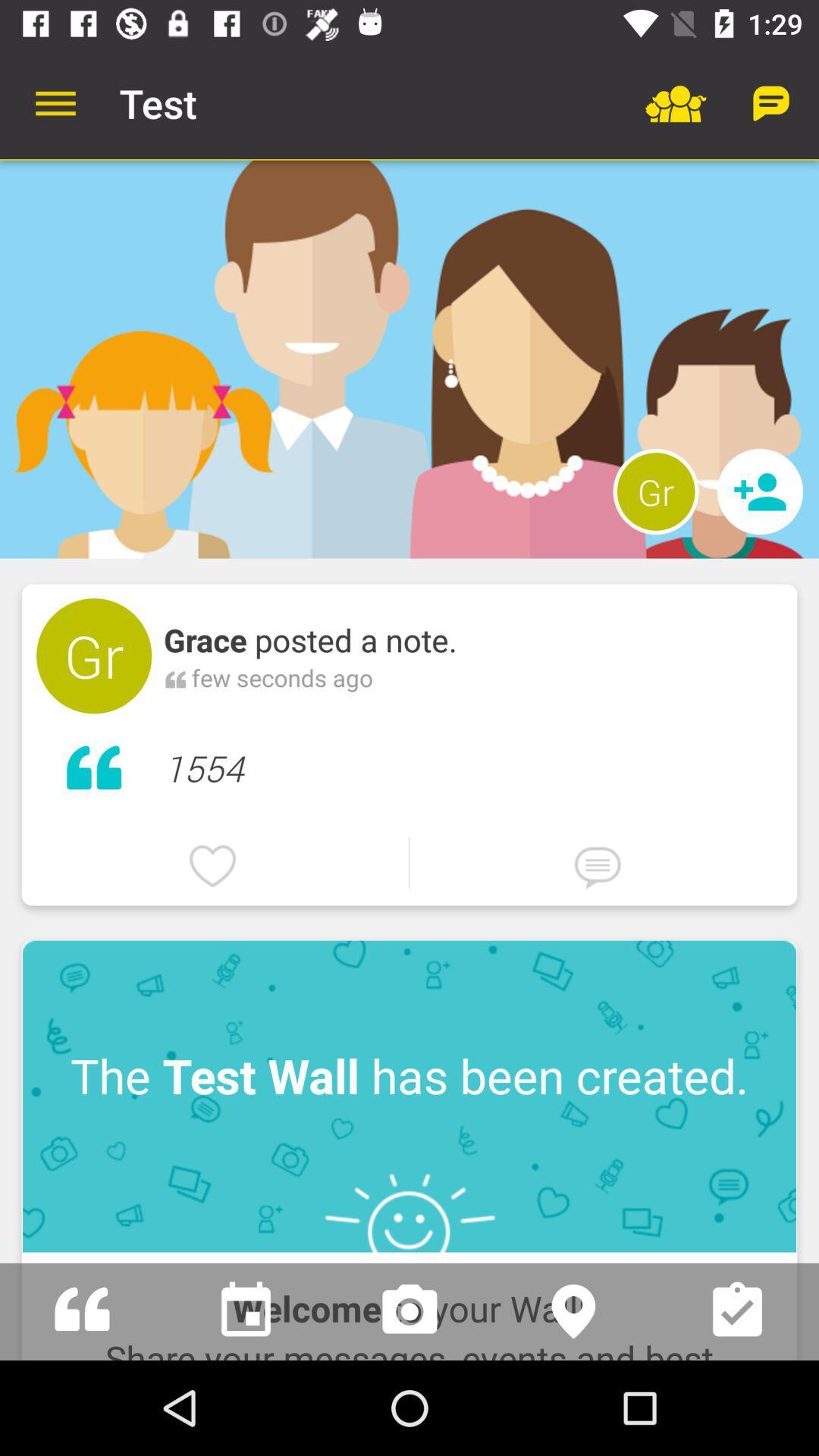  I want to click on the icon below the 1554 icon, so click(408, 862).